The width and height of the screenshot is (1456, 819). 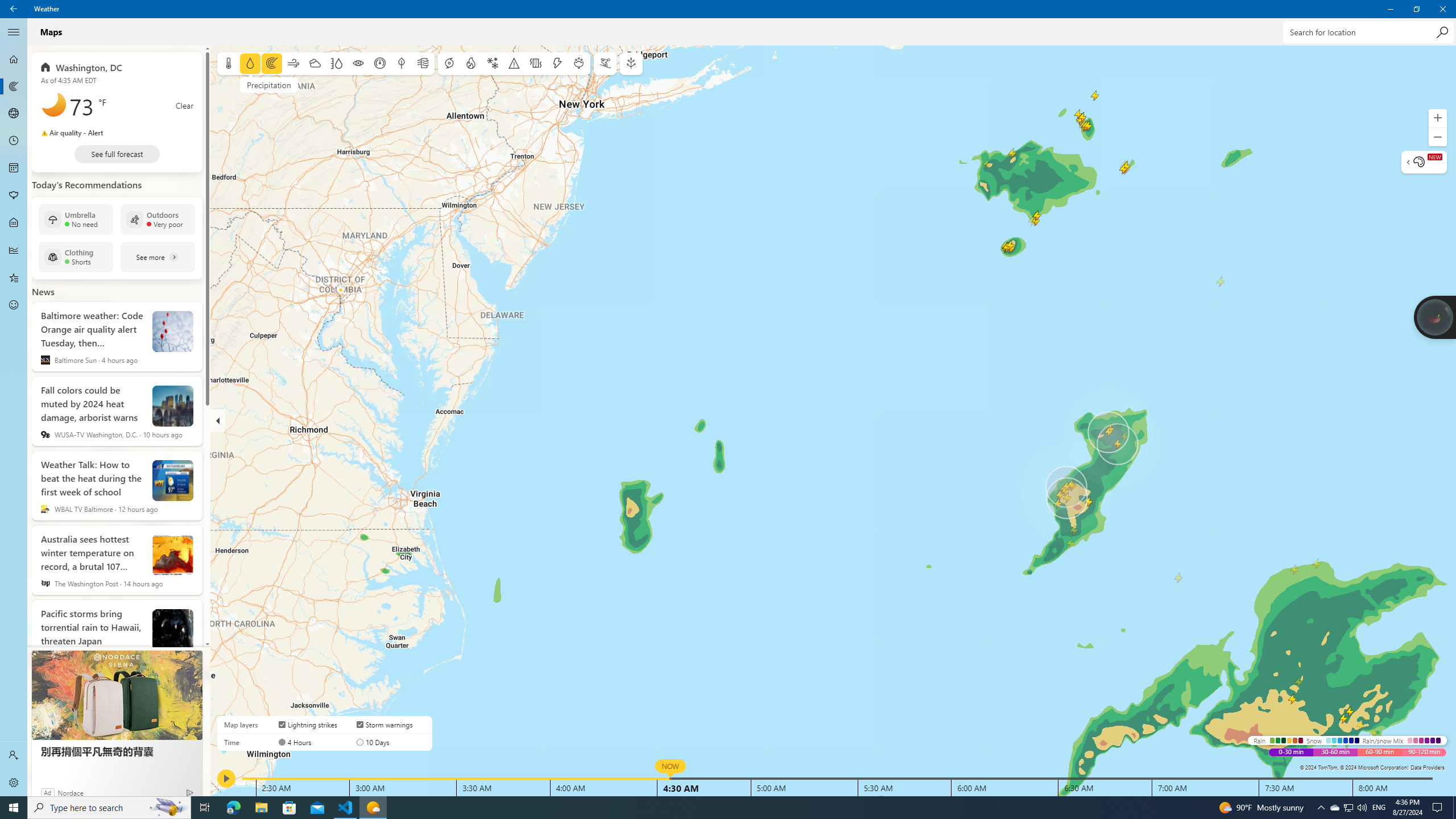 I want to click on 'Forecast - Not Selected', so click(x=14, y=59).